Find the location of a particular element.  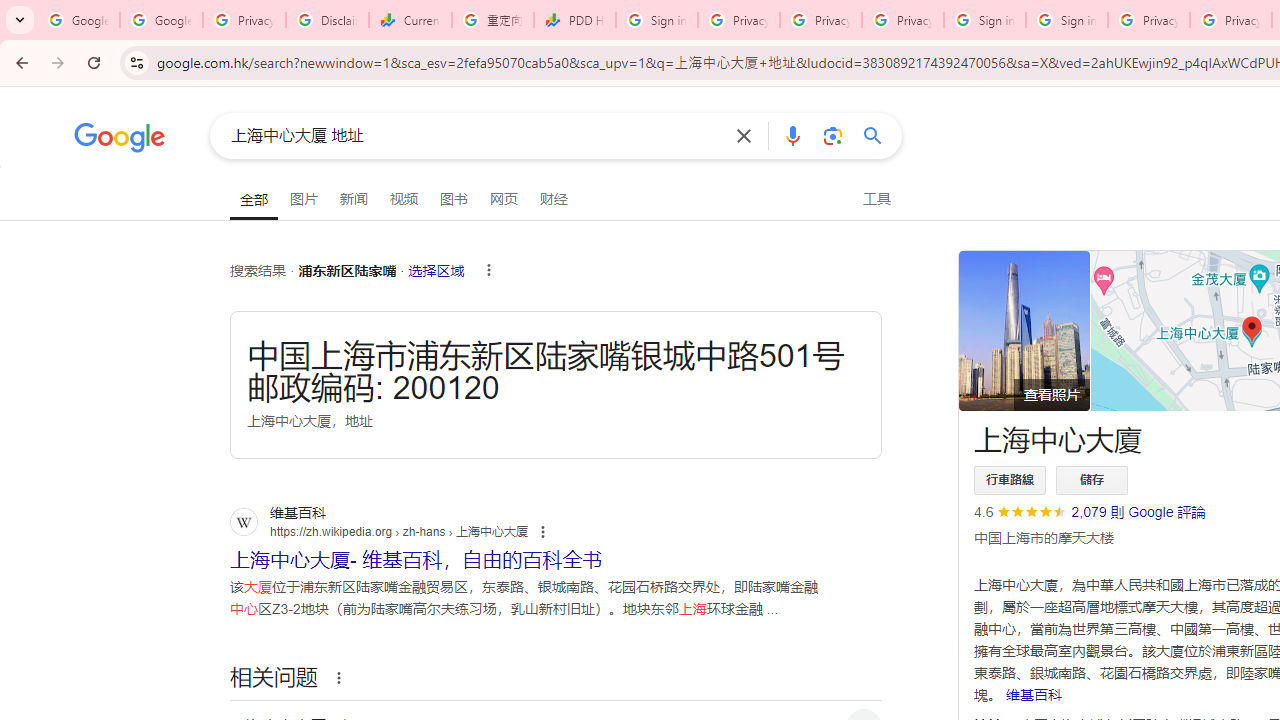

'Sign in - Google Accounts' is located at coordinates (1066, 20).